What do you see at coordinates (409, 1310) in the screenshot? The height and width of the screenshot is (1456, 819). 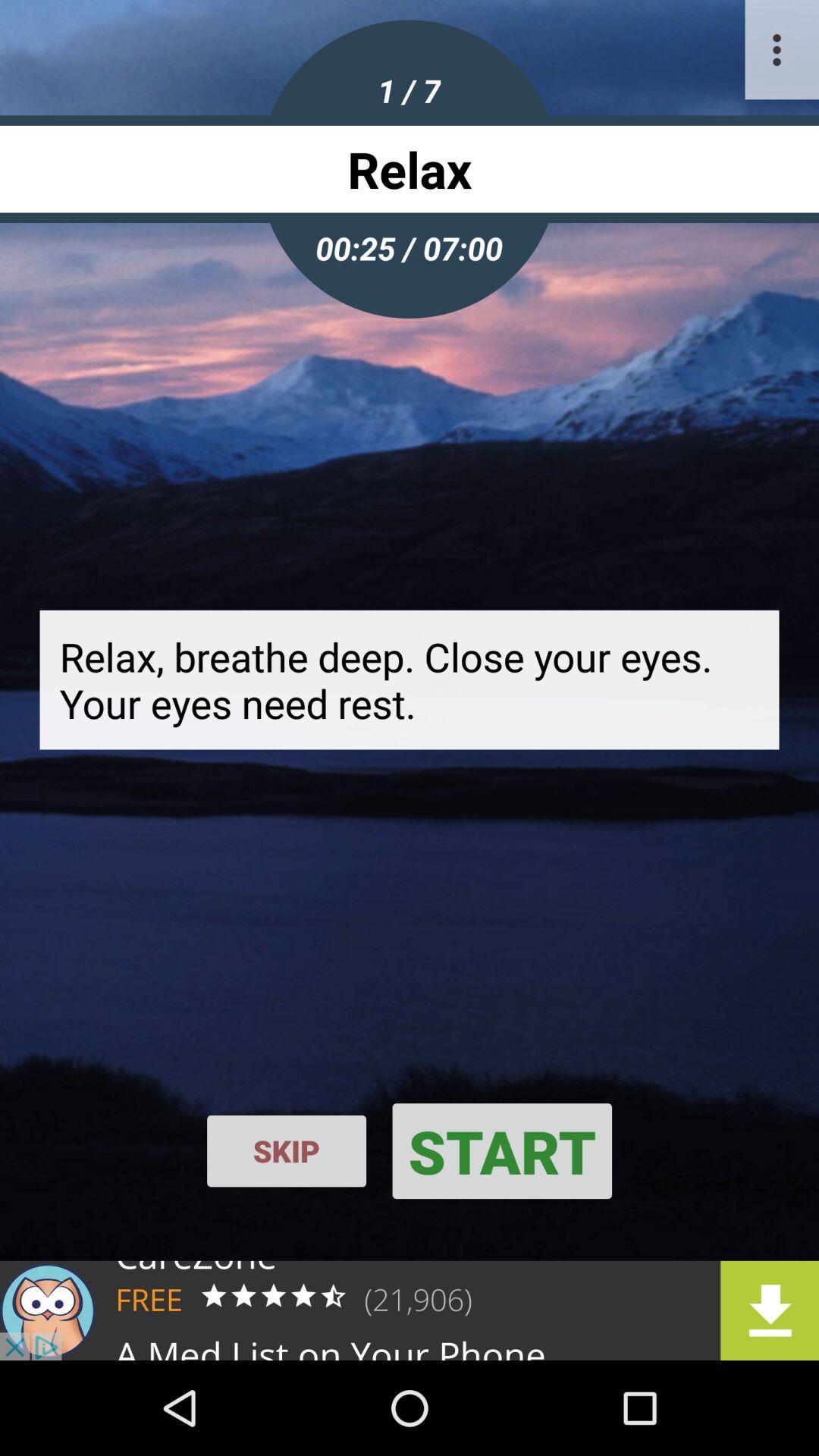 I see `open advertisement` at bounding box center [409, 1310].